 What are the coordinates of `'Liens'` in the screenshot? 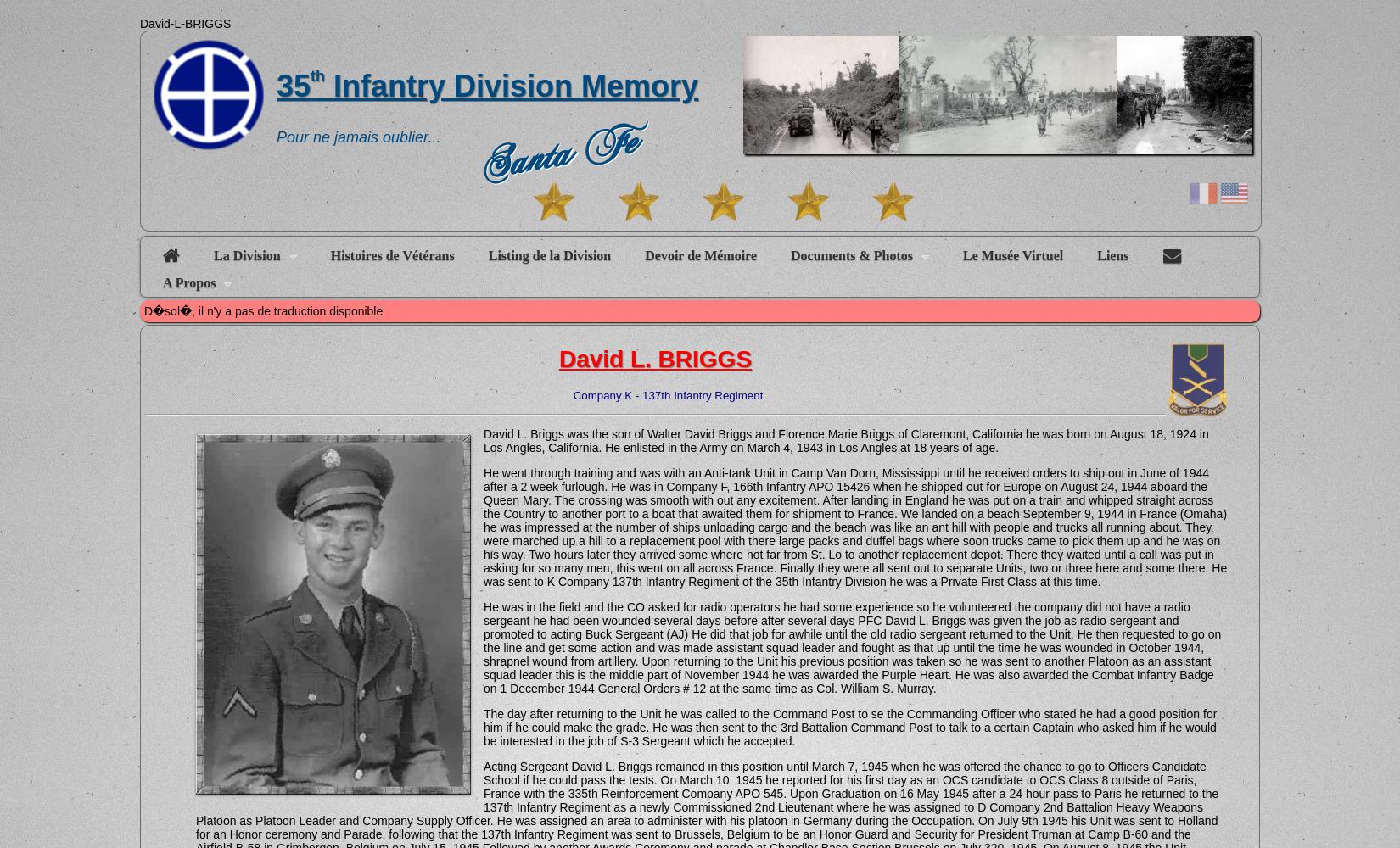 It's located at (1112, 255).